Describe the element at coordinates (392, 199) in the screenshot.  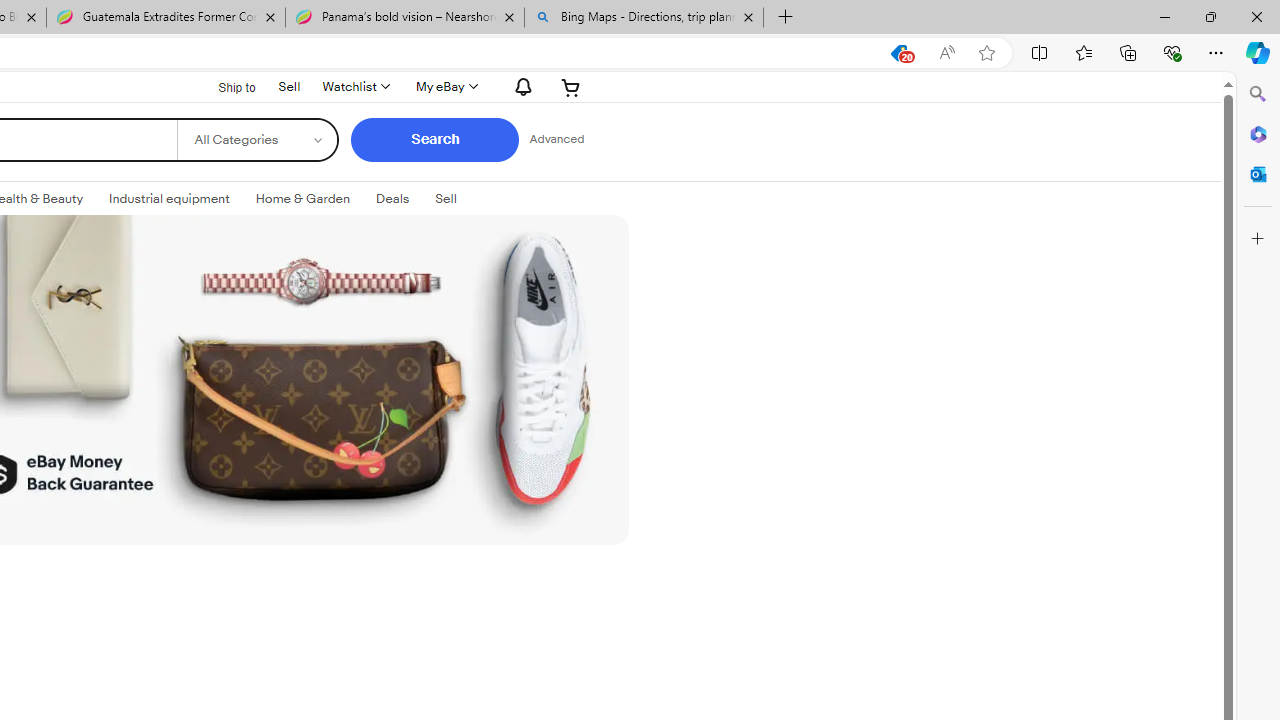
I see `'Deals'` at that location.